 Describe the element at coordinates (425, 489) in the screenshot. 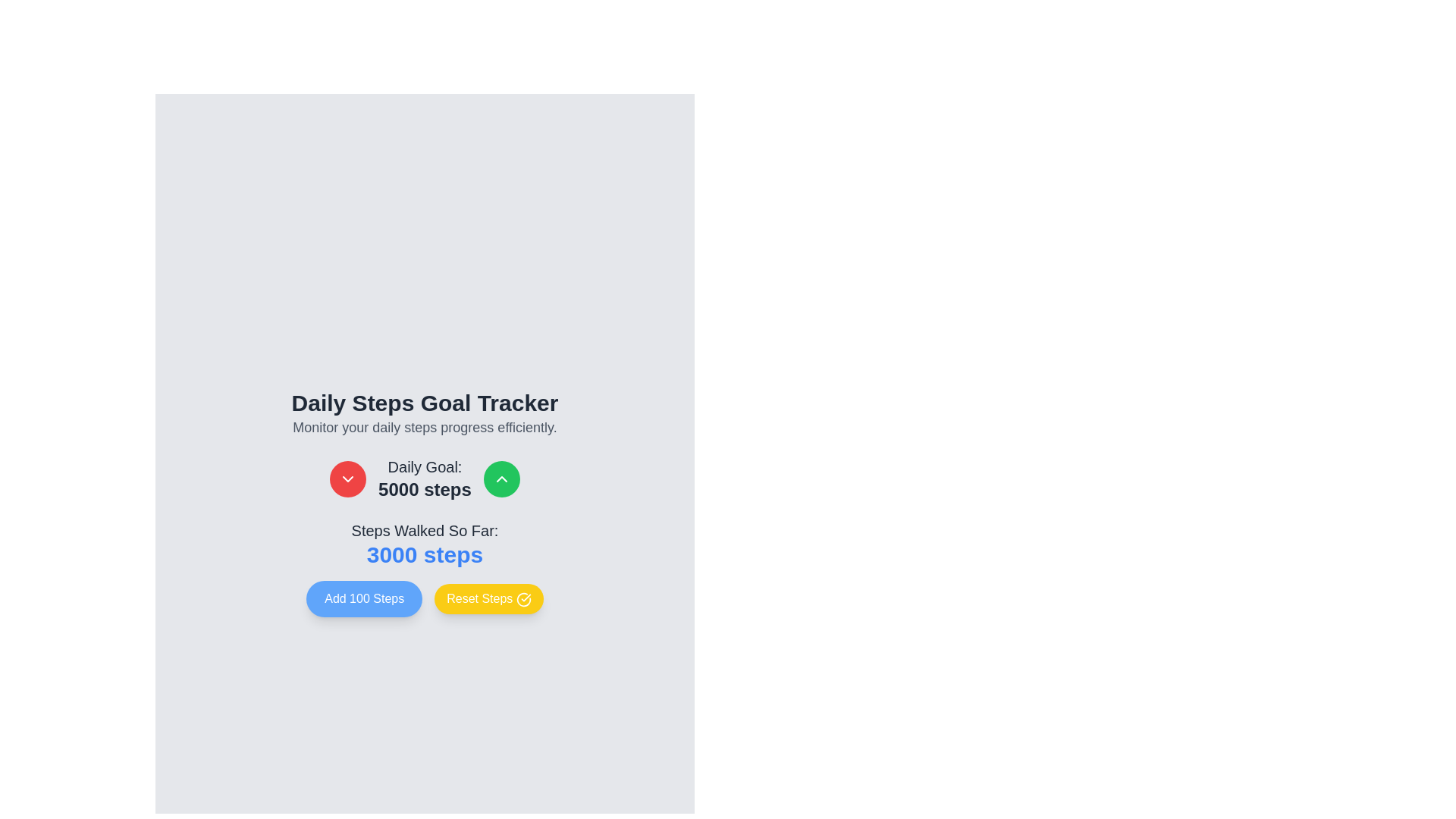

I see `the Static Text displaying the current daily step goal value, which is centrally located below the label 'Daily Goal:' and between circular arrow buttons` at that location.